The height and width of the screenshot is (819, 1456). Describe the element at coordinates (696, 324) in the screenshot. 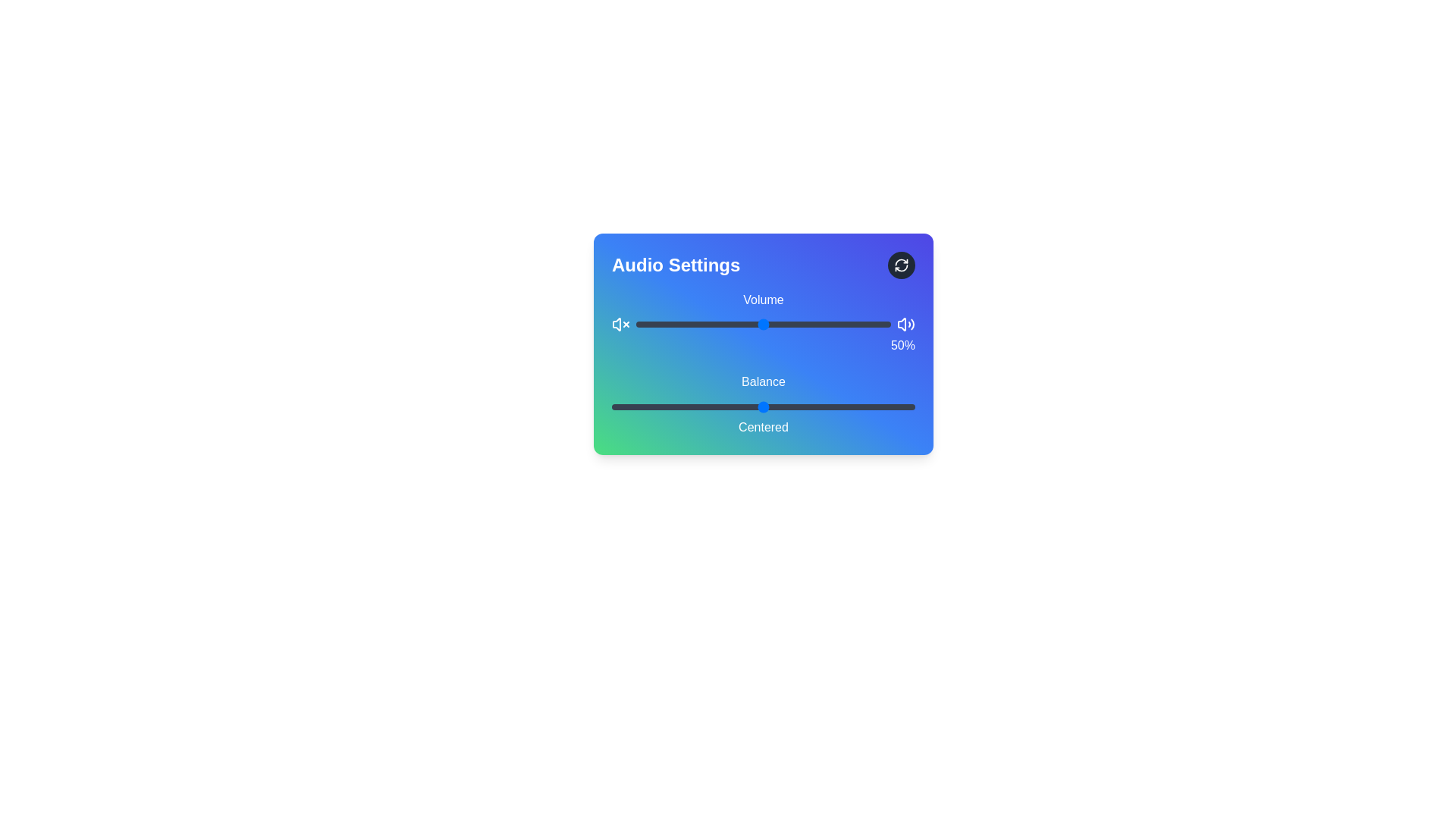

I see `the volume` at that location.